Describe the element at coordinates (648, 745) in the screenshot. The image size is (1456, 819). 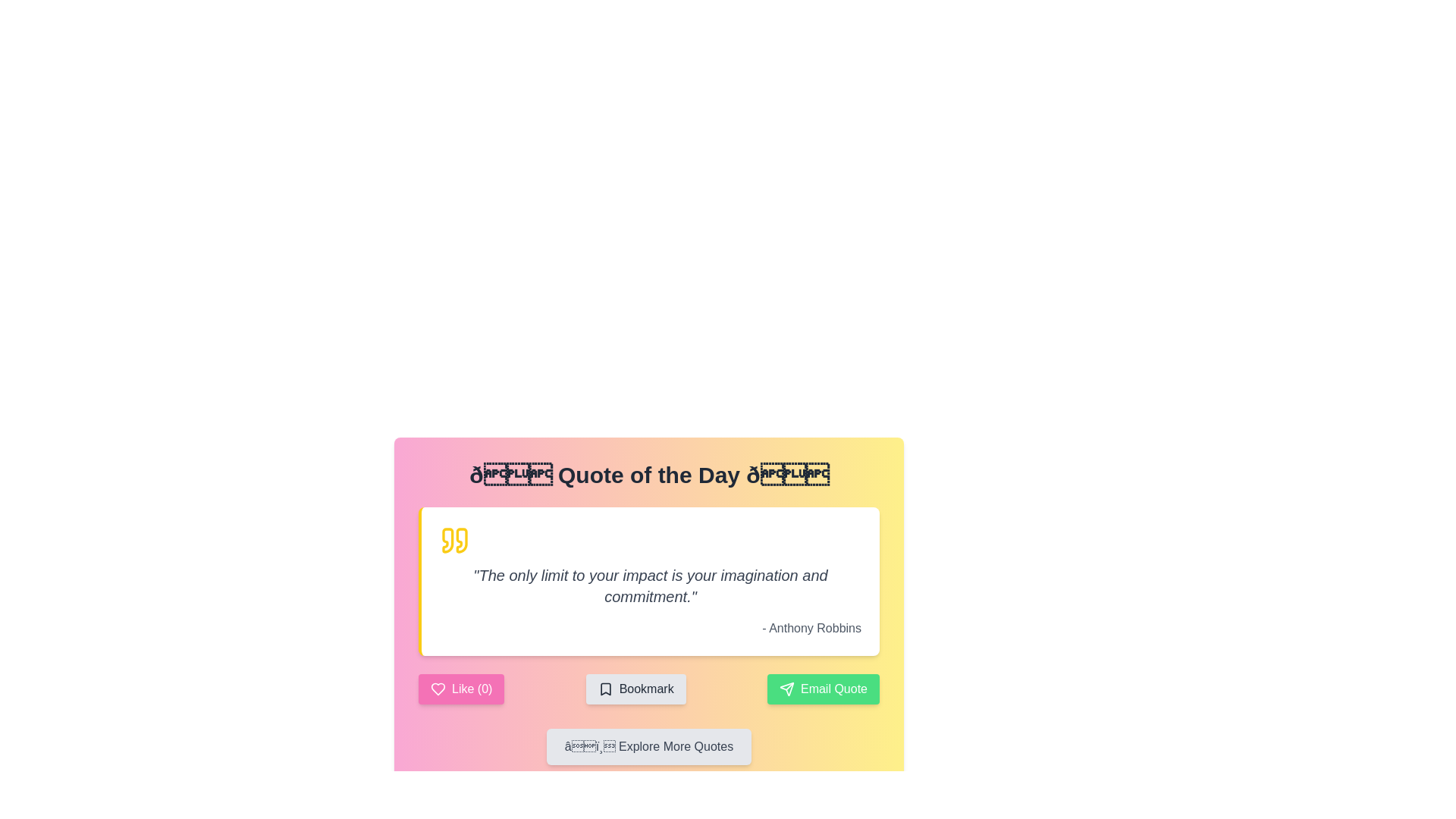
I see `the navigation button at the bottom center of the card` at that location.